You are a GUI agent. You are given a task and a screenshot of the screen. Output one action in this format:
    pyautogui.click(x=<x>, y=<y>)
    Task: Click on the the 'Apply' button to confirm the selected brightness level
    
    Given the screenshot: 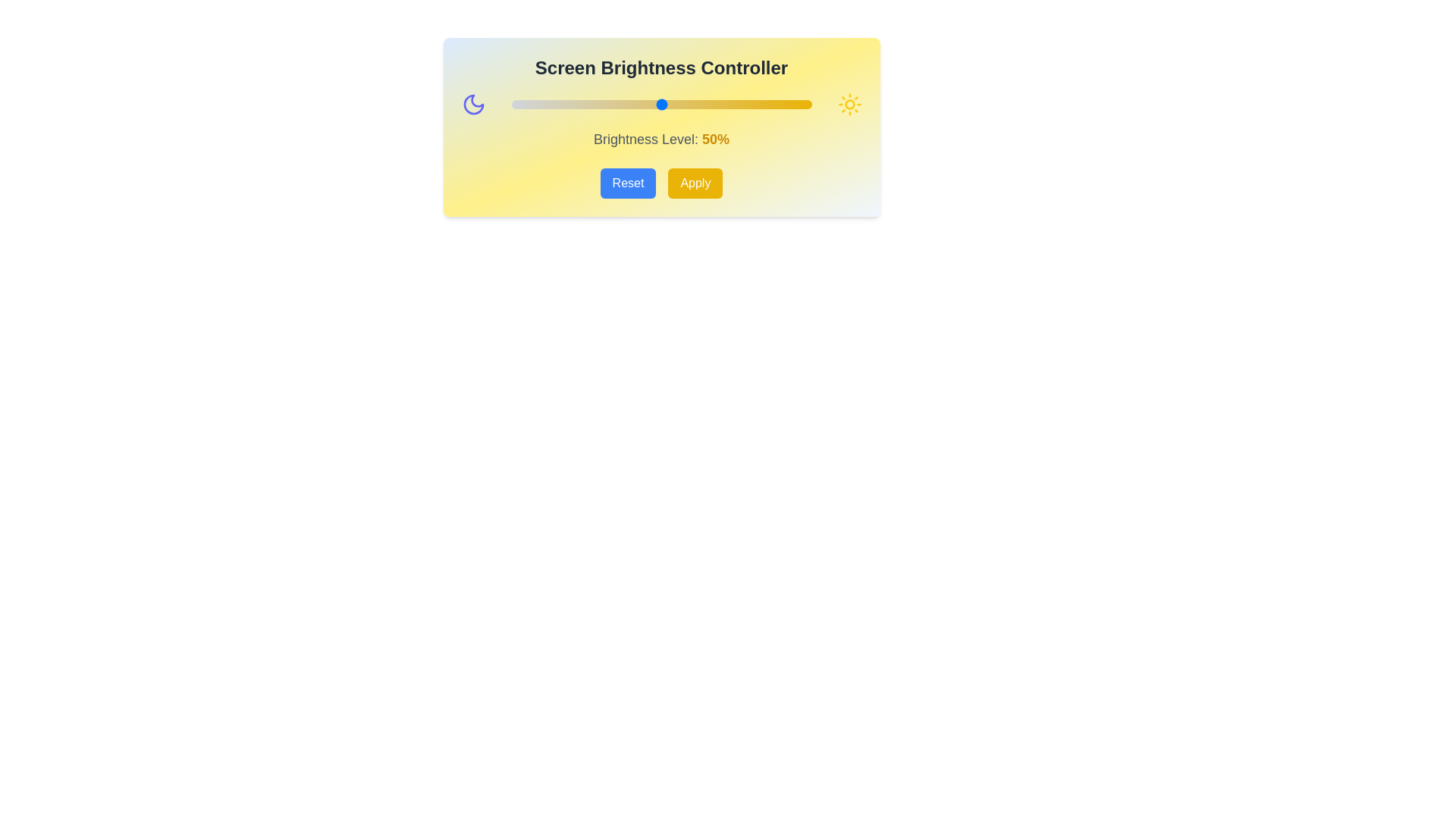 What is the action you would take?
    pyautogui.click(x=695, y=183)
    